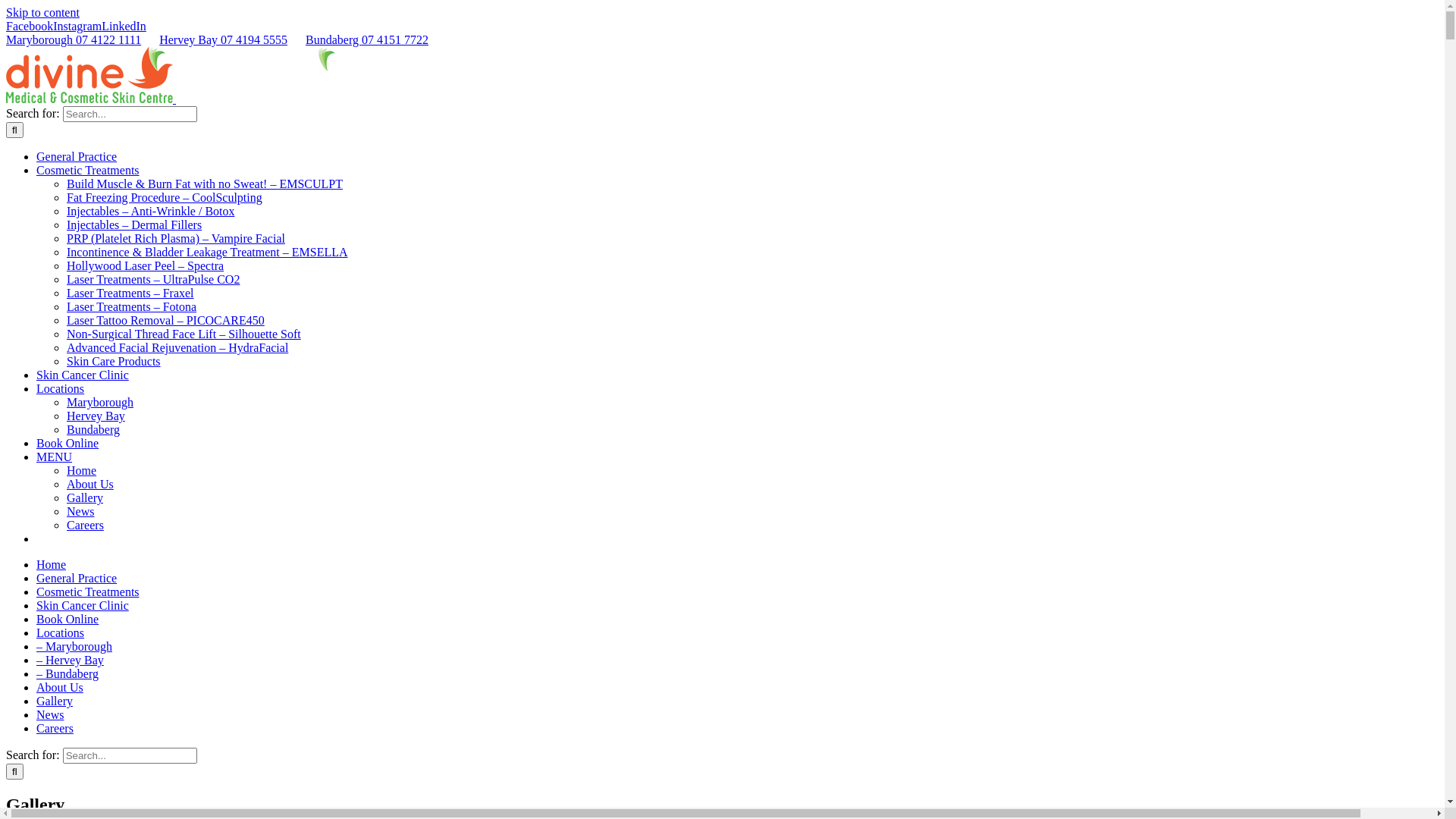  What do you see at coordinates (76, 26) in the screenshot?
I see `'Instagram'` at bounding box center [76, 26].